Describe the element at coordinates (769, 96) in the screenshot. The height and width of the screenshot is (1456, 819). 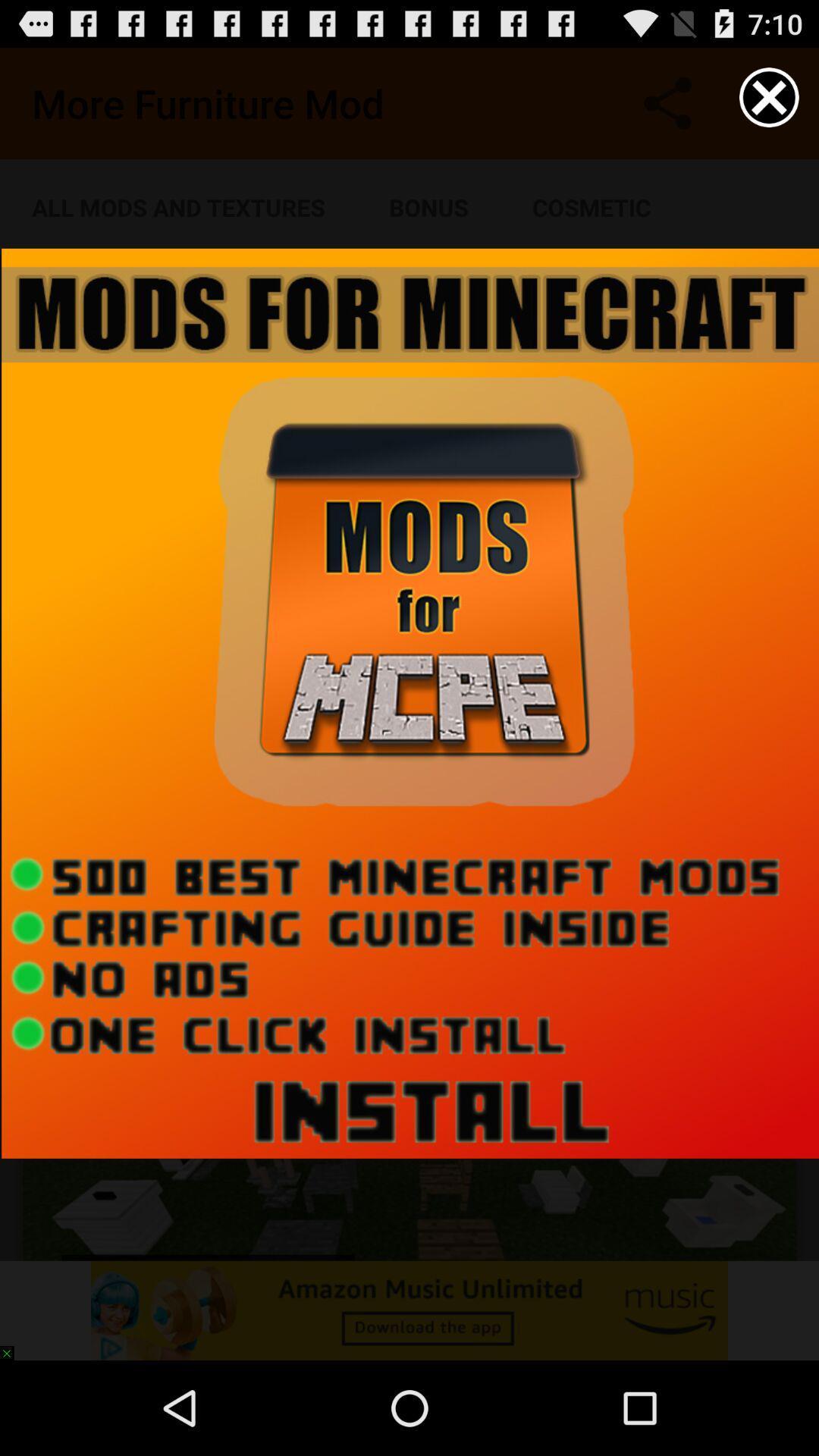
I see `icon at the top right corner` at that location.